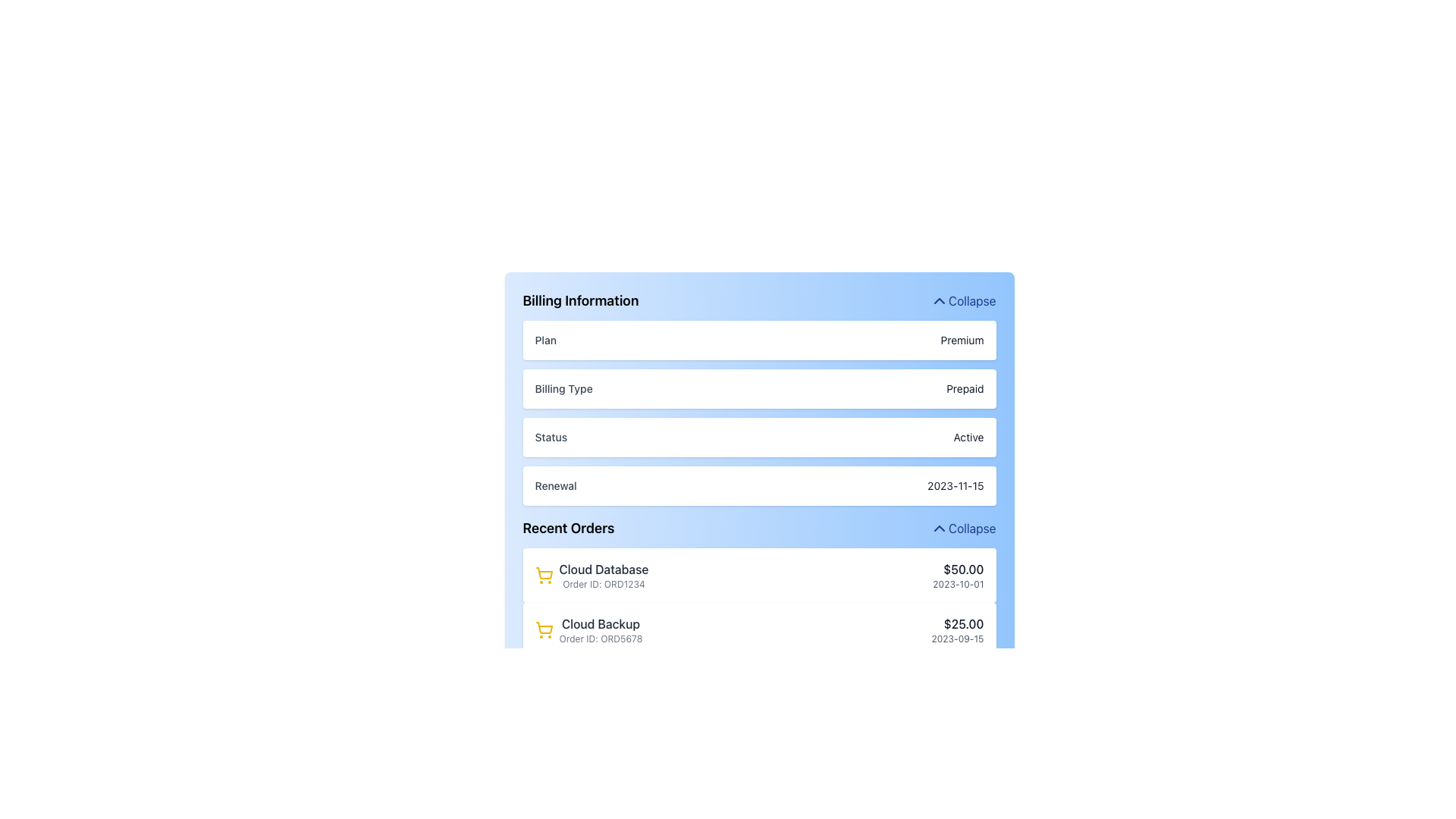  Describe the element at coordinates (550, 438) in the screenshot. I see `the Text label that indicates the current account status, located within the 'Billing Information' area, to the left of the 'Active' text label` at that location.